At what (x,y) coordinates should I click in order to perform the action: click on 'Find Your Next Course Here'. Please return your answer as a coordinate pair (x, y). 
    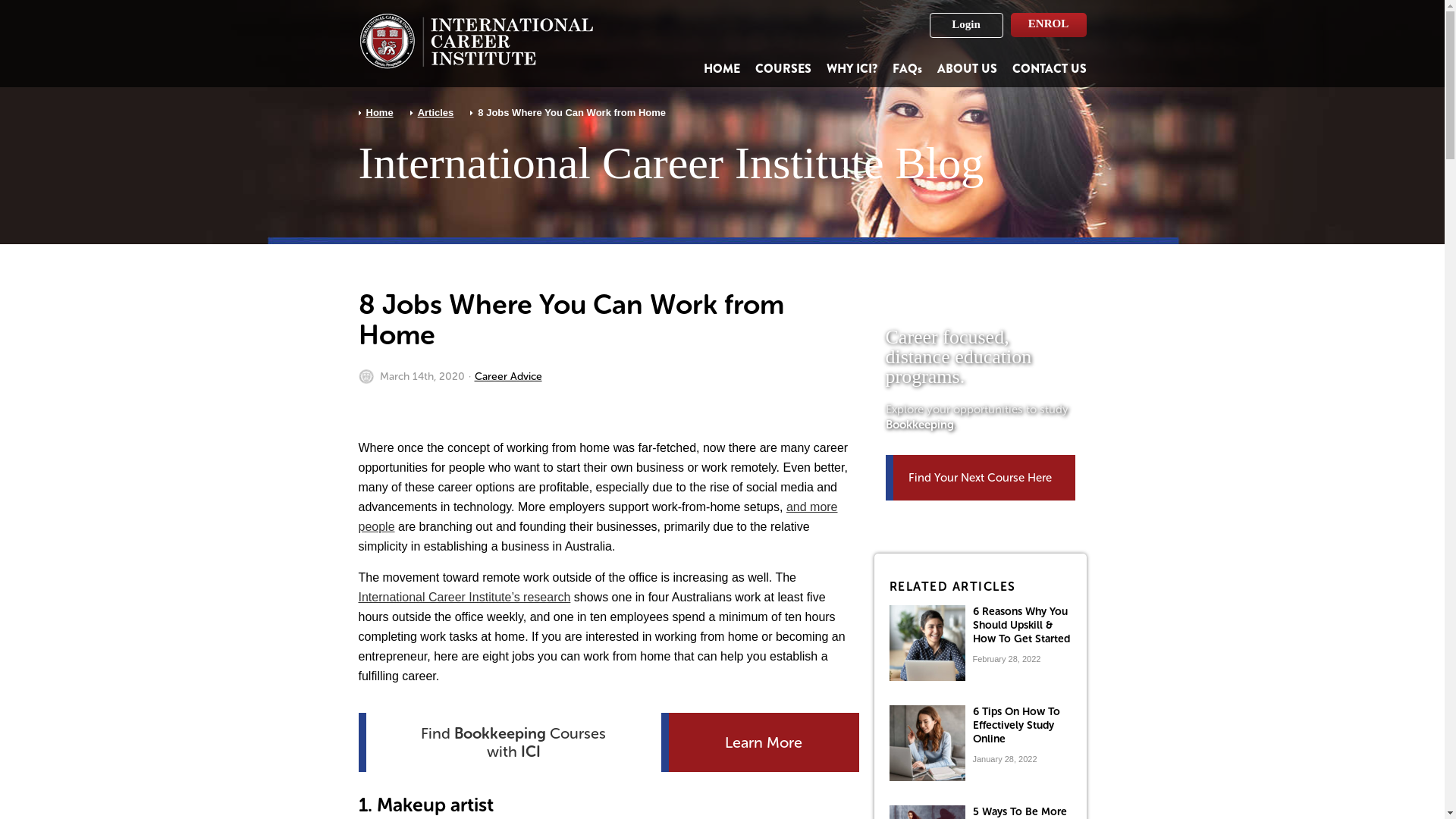
    Looking at the image, I should click on (980, 476).